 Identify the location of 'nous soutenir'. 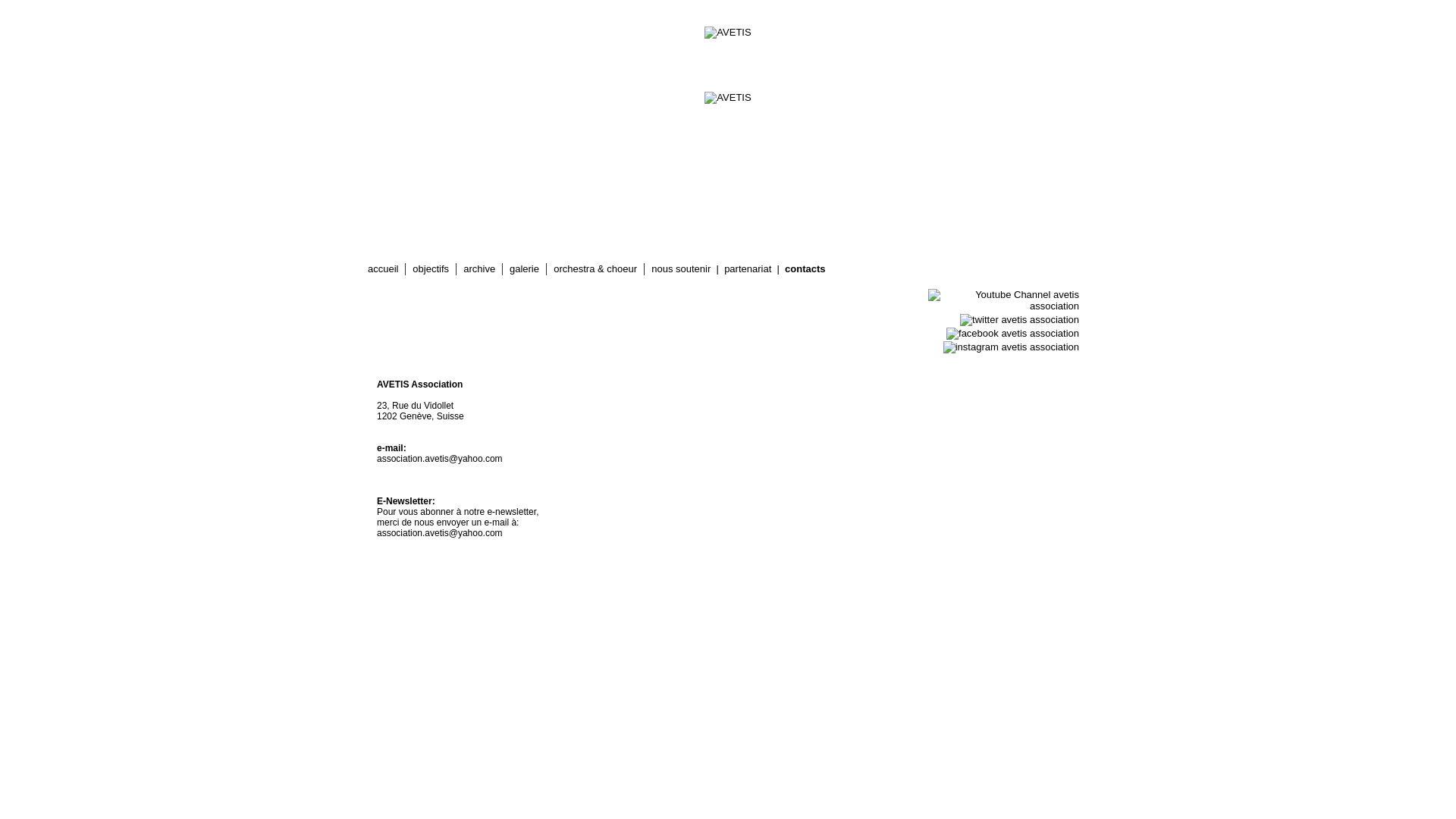
(679, 268).